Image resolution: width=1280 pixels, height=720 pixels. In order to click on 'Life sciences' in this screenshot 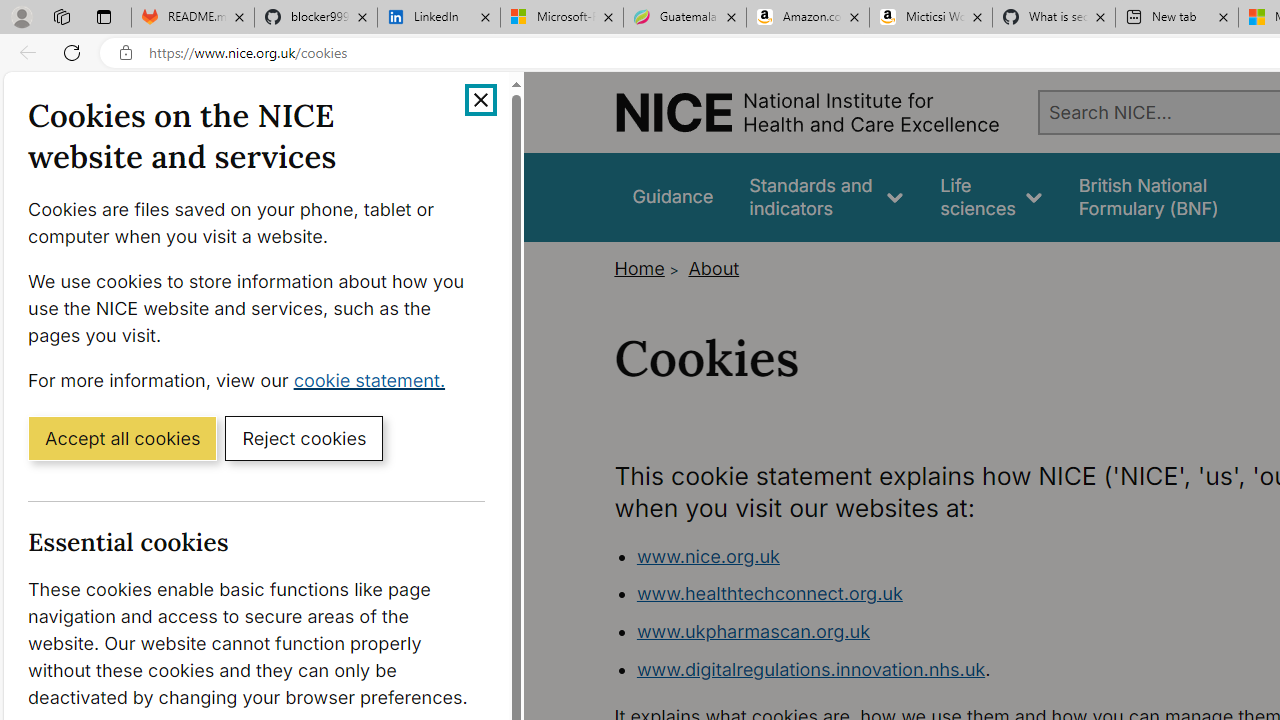, I will do `click(991, 197)`.